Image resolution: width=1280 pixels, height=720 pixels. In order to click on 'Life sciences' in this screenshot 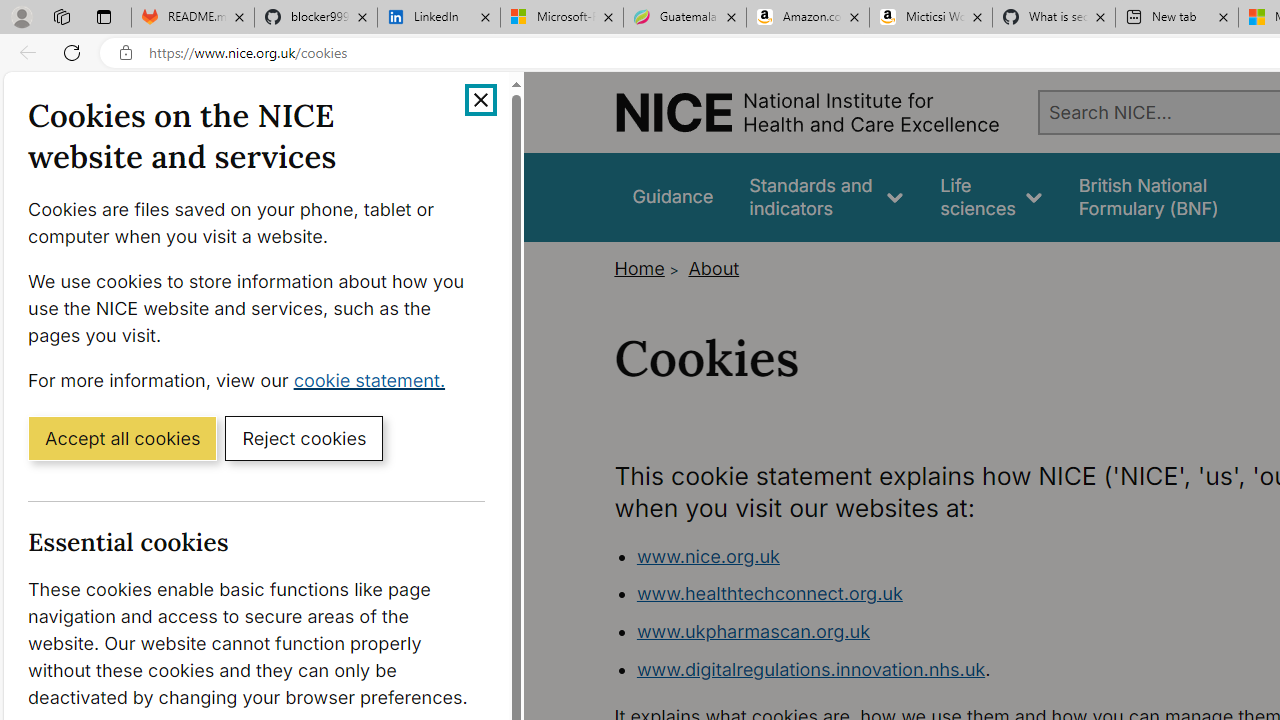, I will do `click(991, 197)`.